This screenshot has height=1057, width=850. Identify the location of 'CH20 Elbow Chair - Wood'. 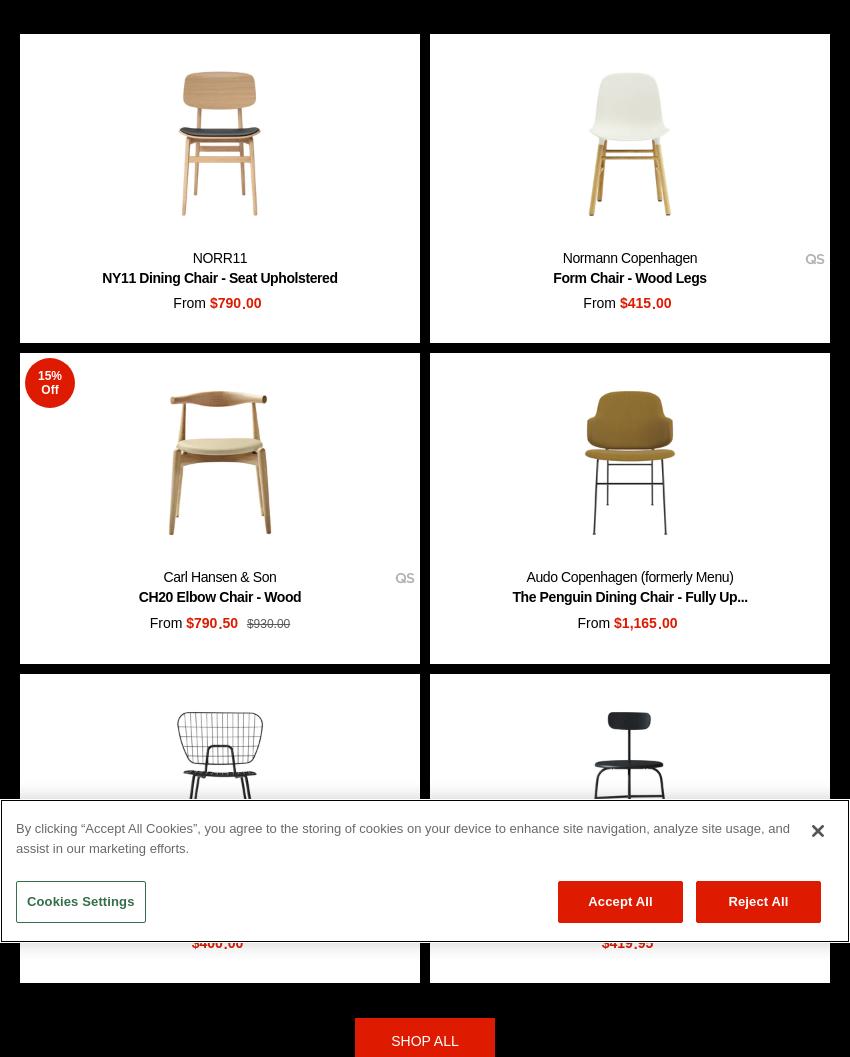
(219, 595).